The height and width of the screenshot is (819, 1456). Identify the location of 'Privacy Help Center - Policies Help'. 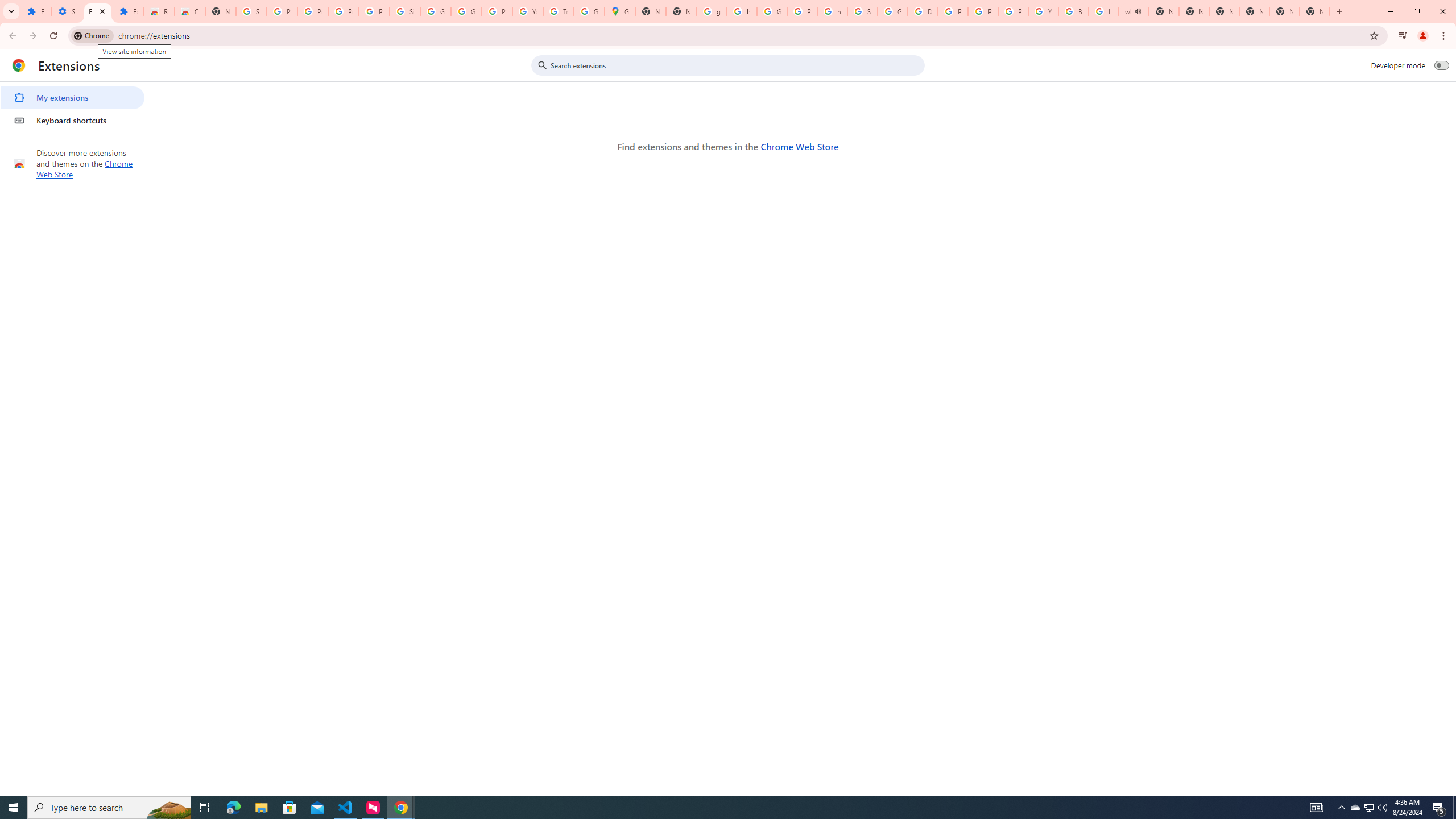
(983, 11).